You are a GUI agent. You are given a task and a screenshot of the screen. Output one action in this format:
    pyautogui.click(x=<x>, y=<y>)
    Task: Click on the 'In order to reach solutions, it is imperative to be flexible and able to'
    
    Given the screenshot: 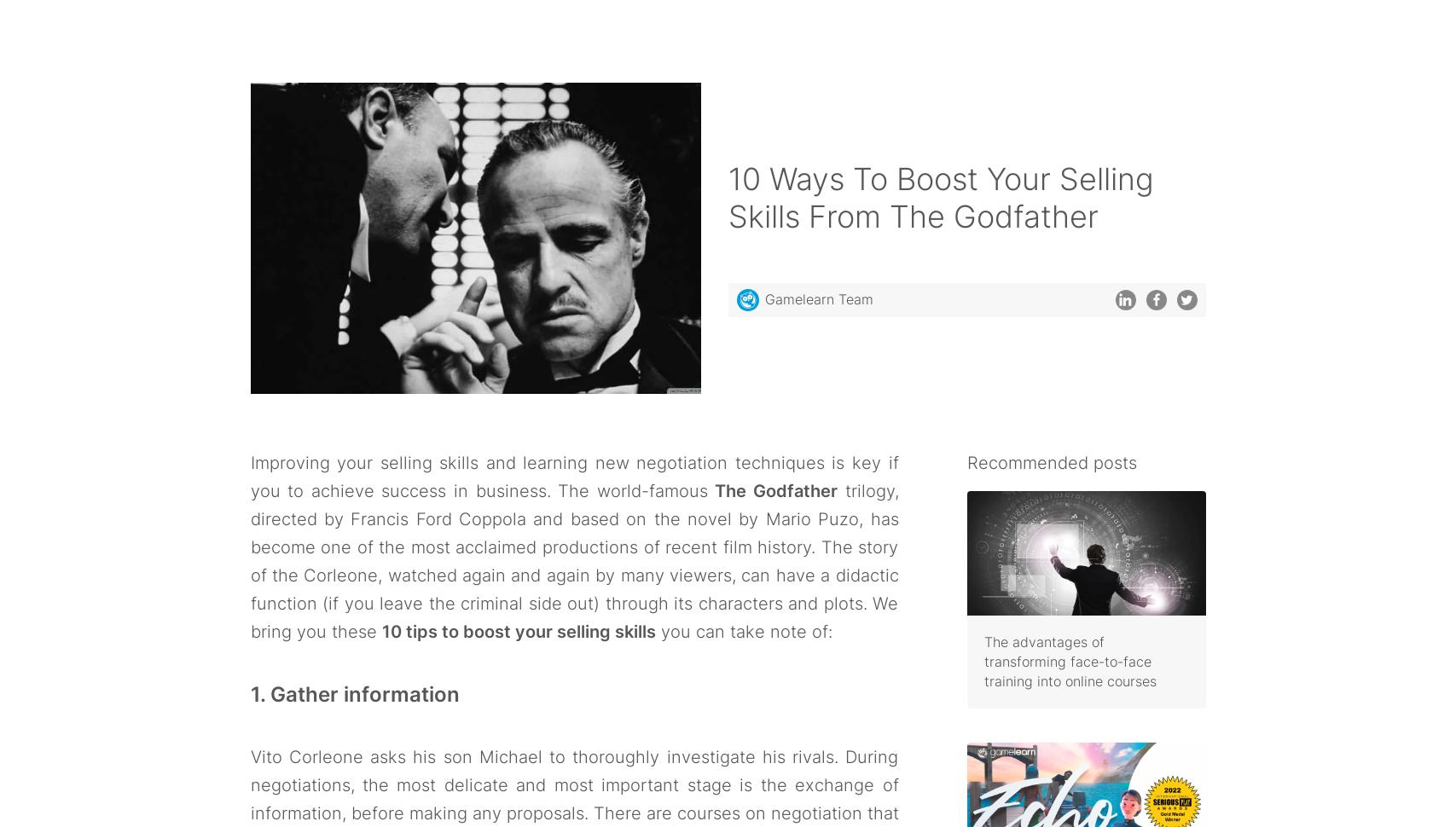 What is the action you would take?
    pyautogui.click(x=538, y=71)
    